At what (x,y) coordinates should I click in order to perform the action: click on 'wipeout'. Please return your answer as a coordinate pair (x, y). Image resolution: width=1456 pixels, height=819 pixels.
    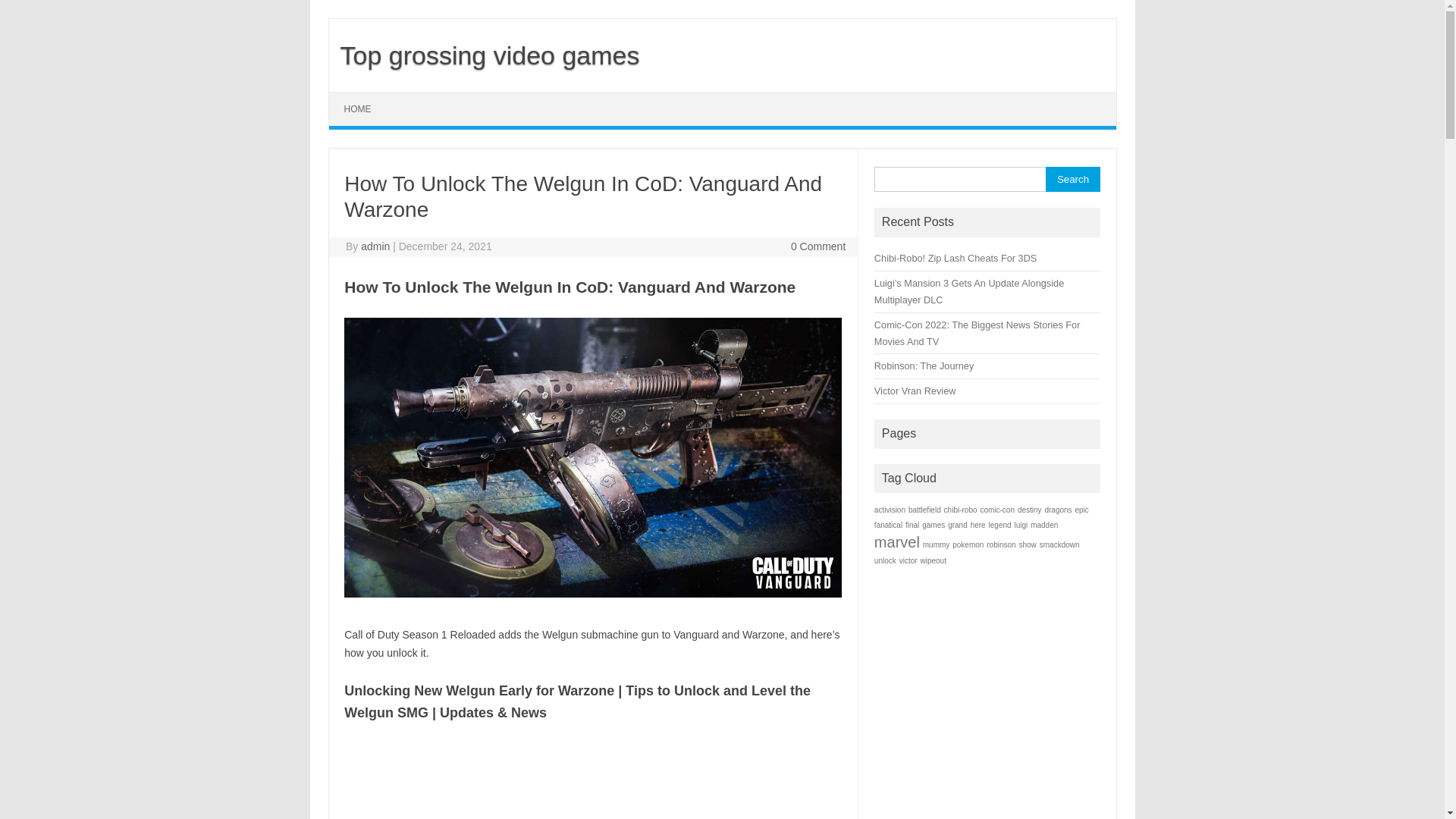
    Looking at the image, I should click on (931, 560).